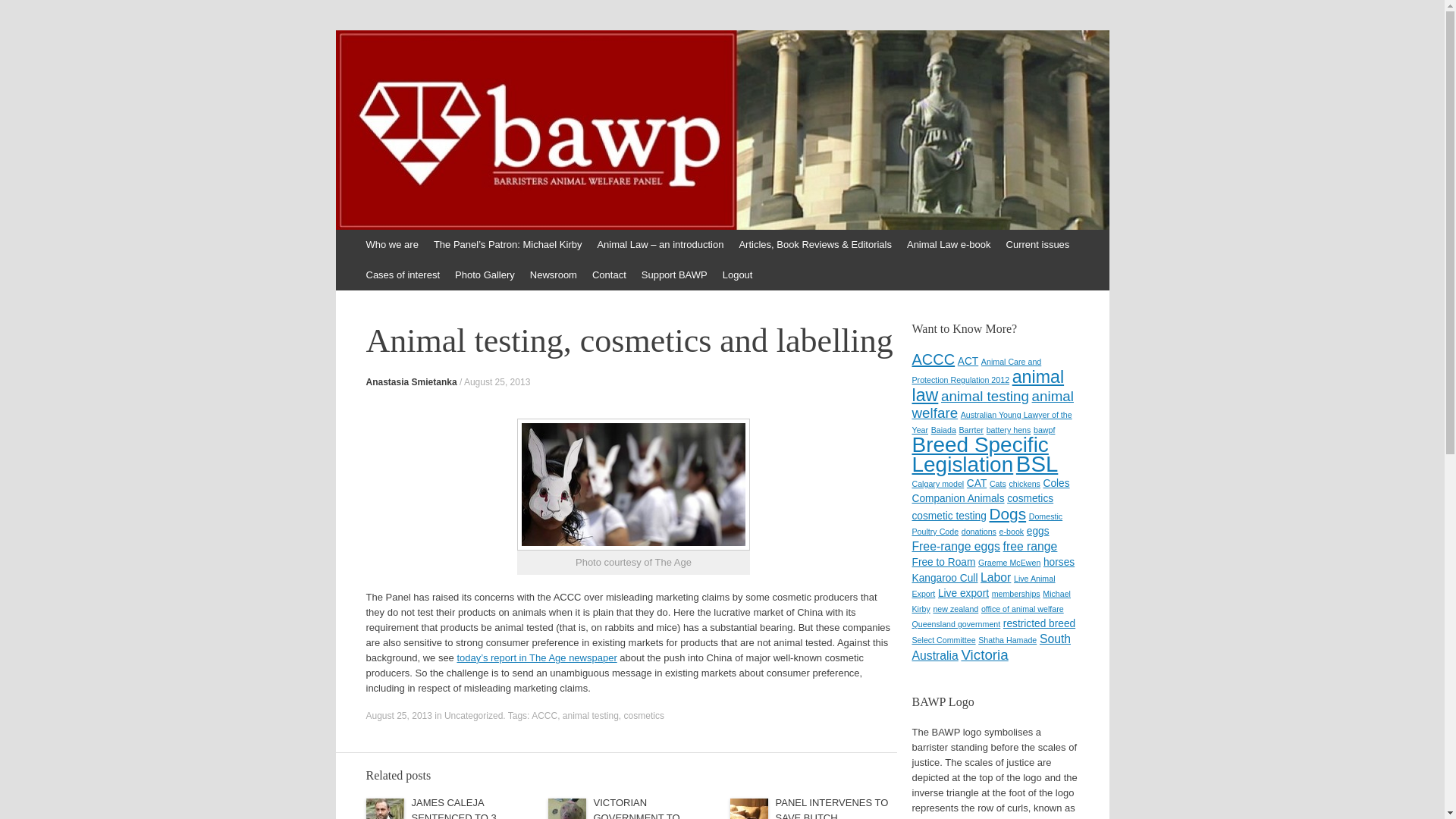 The height and width of the screenshot is (819, 1456). I want to click on 'restricted breed', so click(1038, 623).